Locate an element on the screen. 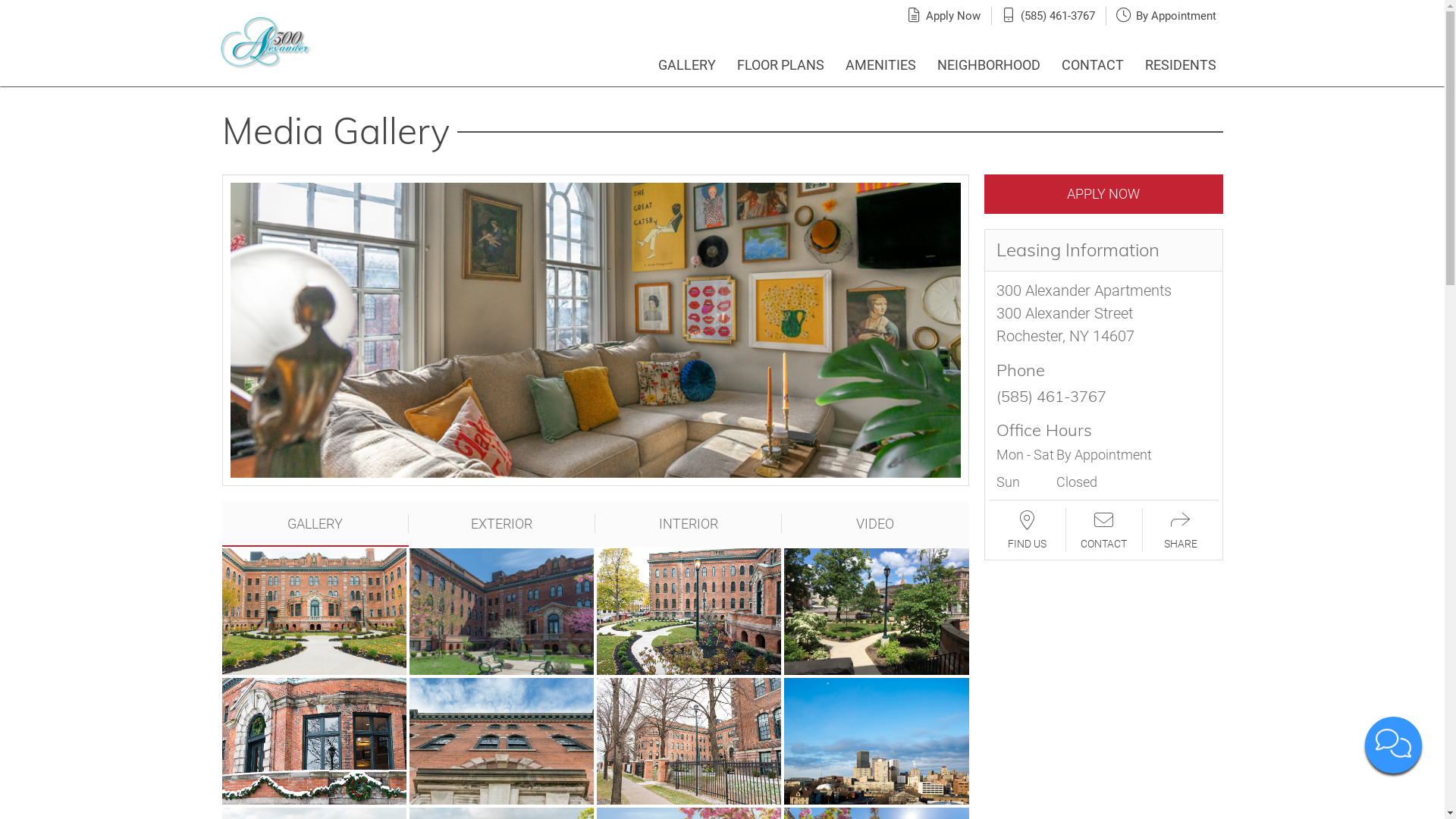  'GALLERY' is located at coordinates (686, 58).